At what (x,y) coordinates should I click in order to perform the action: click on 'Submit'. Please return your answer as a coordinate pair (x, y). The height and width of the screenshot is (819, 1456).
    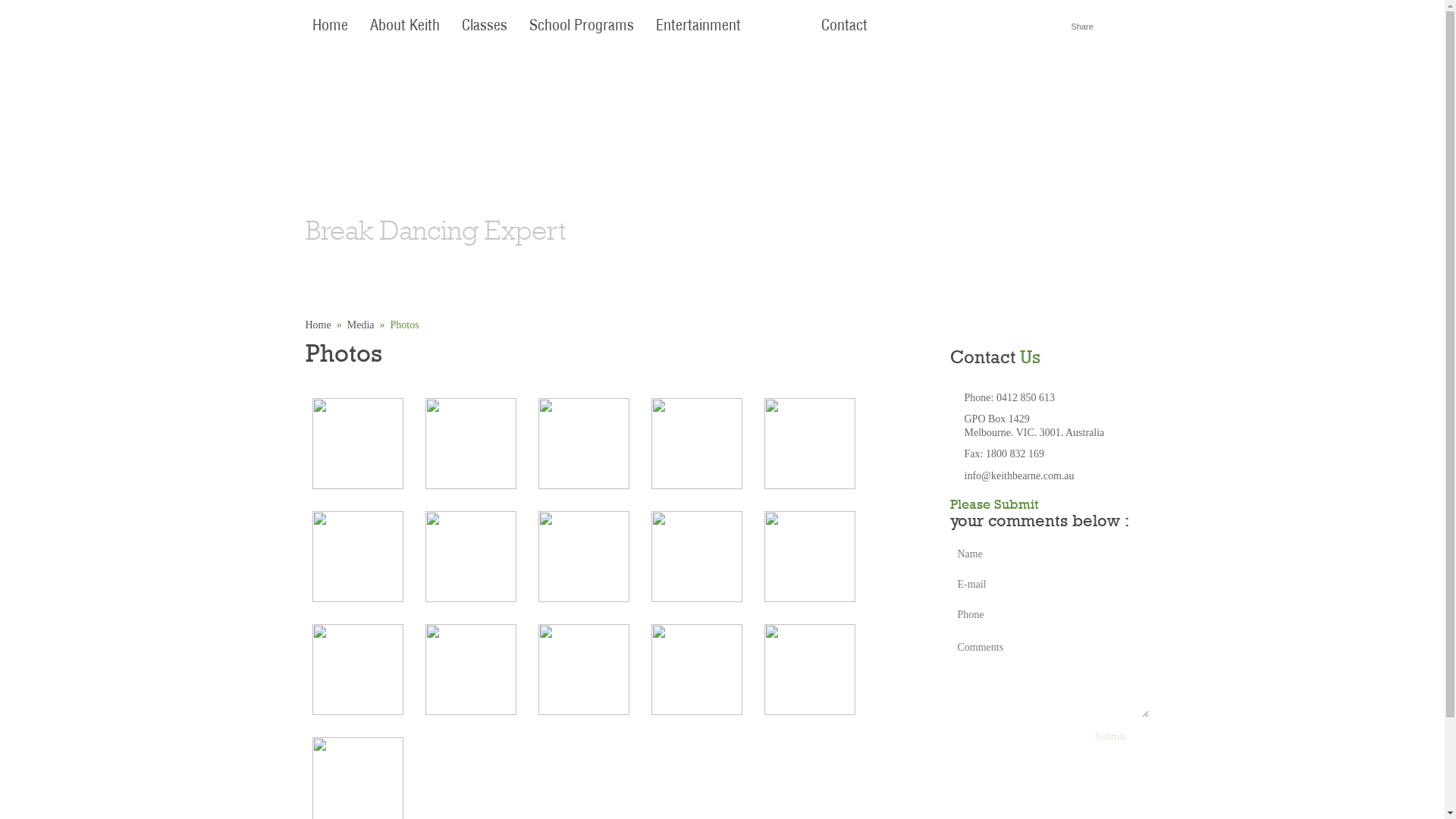
    Looking at the image, I should click on (1110, 736).